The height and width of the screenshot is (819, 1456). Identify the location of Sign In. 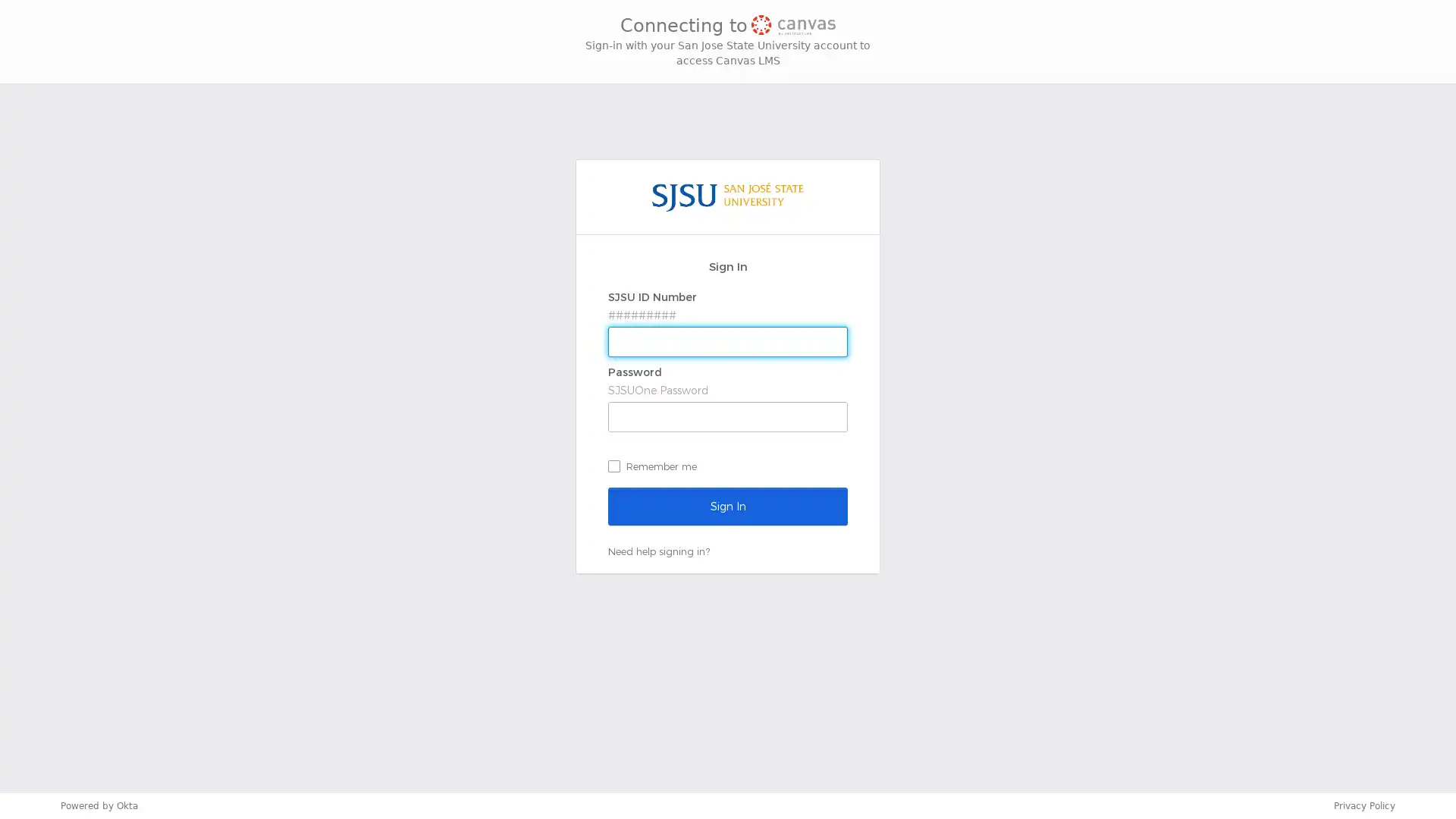
(728, 506).